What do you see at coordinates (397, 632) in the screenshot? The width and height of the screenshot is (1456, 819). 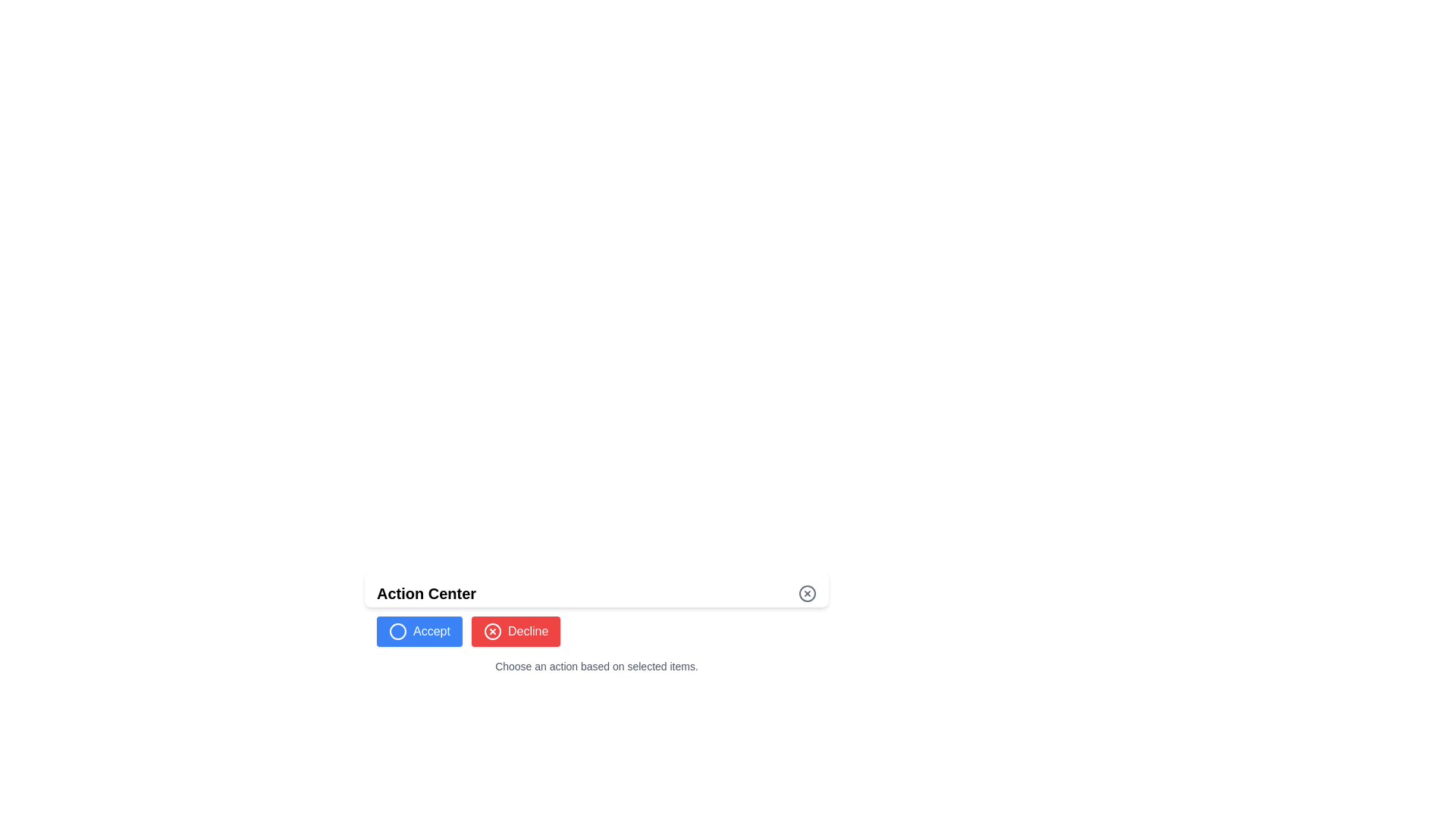 I see `the SVG icon - a circle located in the left section of the 'Accept' button to interact with it` at bounding box center [397, 632].